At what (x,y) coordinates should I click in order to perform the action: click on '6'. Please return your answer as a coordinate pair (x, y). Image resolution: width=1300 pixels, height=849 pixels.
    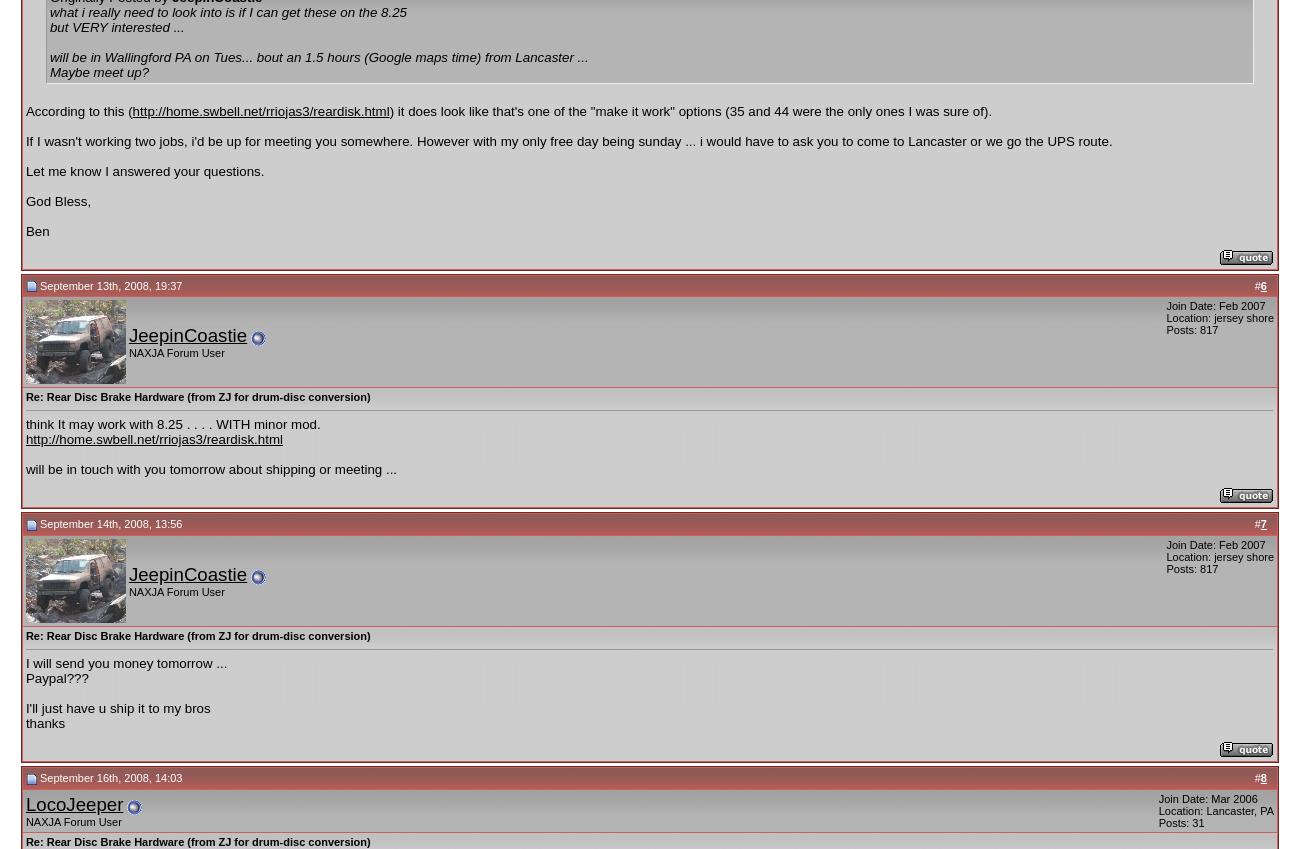
    Looking at the image, I should click on (1262, 284).